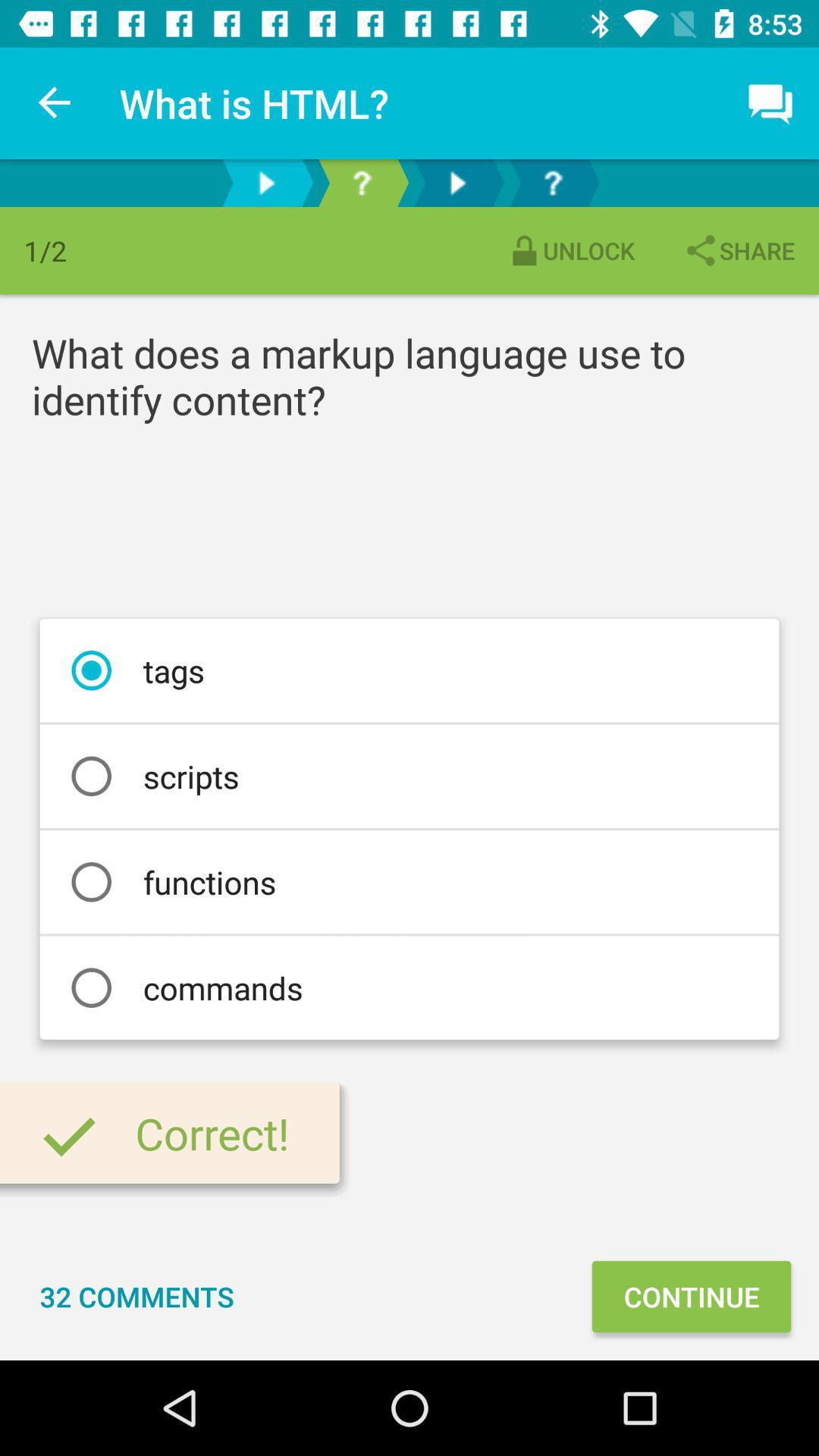  I want to click on help, so click(553, 182).